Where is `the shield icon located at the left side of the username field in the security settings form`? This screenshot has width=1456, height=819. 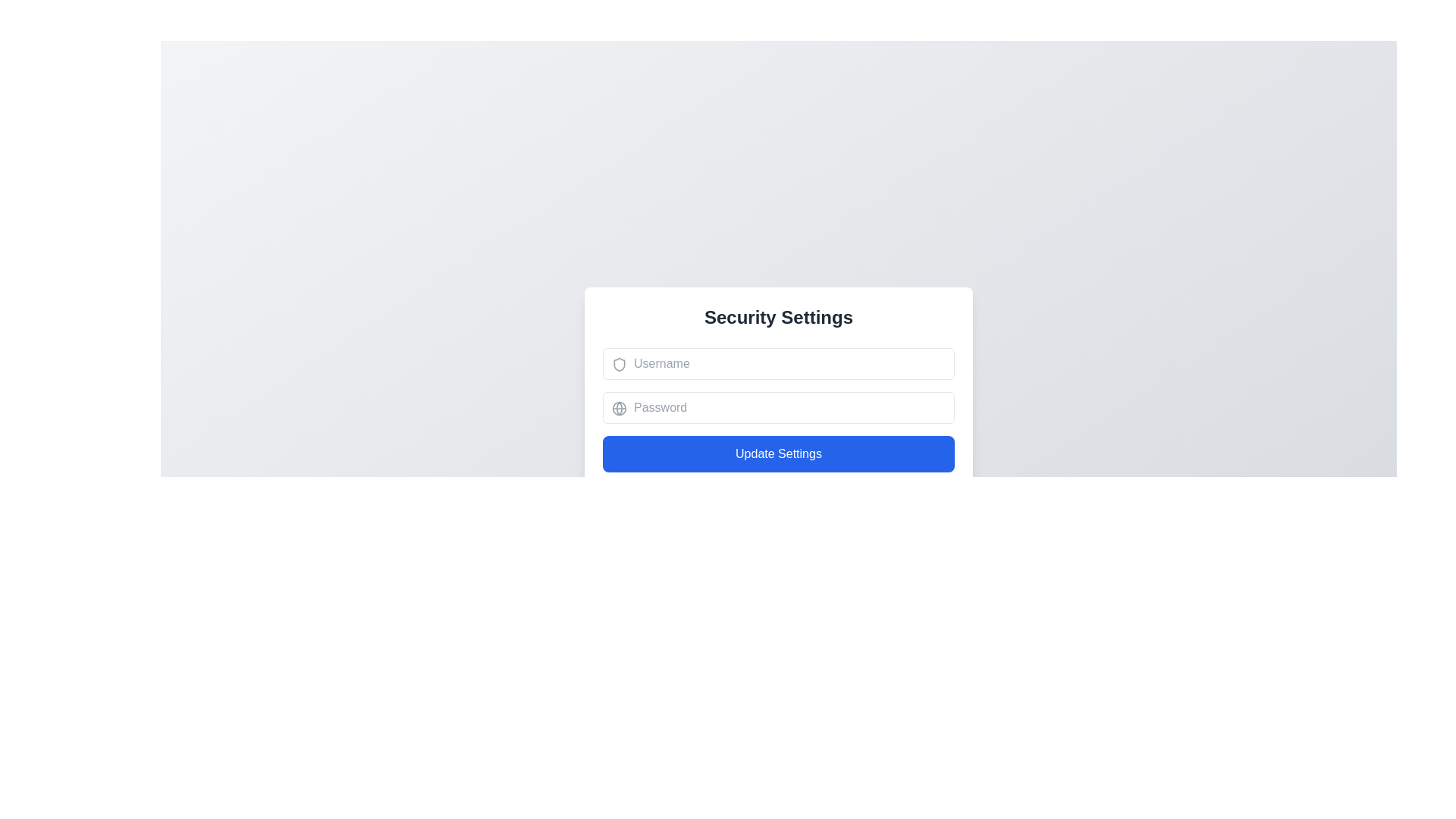 the shield icon located at the left side of the username field in the security settings form is located at coordinates (619, 363).